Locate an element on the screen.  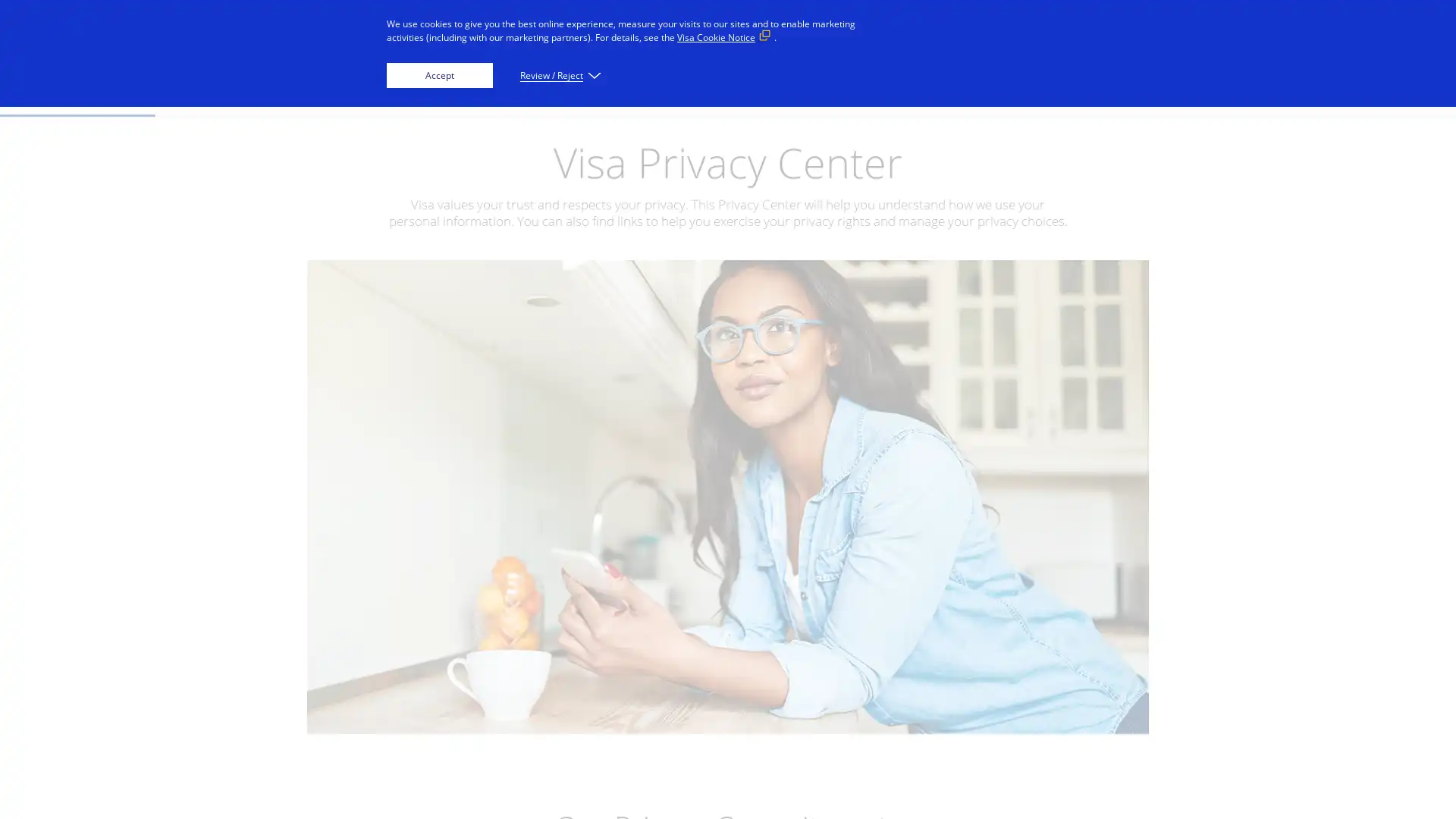
Accept is located at coordinates (439, 75).